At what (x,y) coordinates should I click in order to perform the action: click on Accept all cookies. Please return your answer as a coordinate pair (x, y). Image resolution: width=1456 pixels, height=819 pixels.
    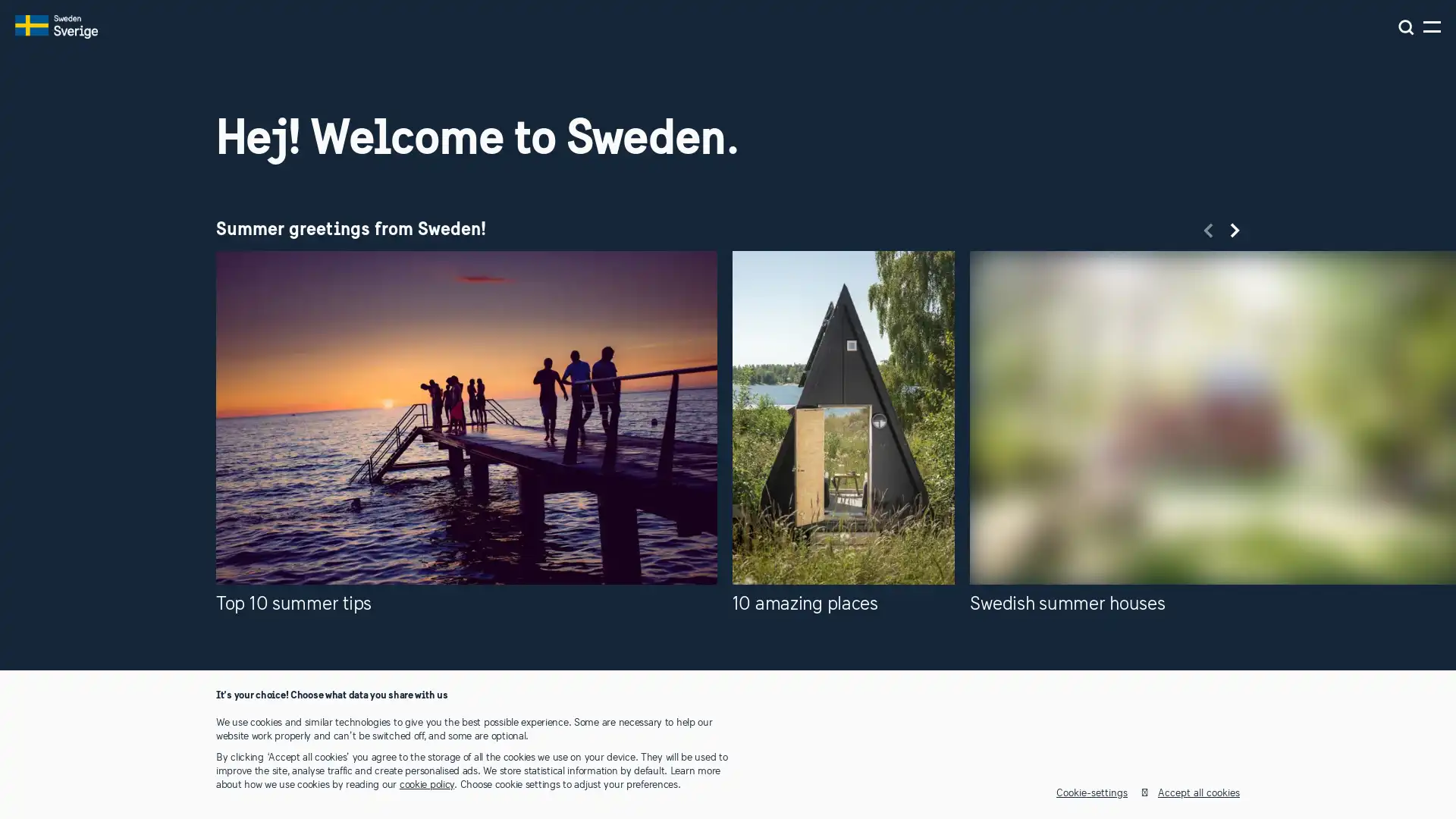
    Looking at the image, I should click on (1189, 792).